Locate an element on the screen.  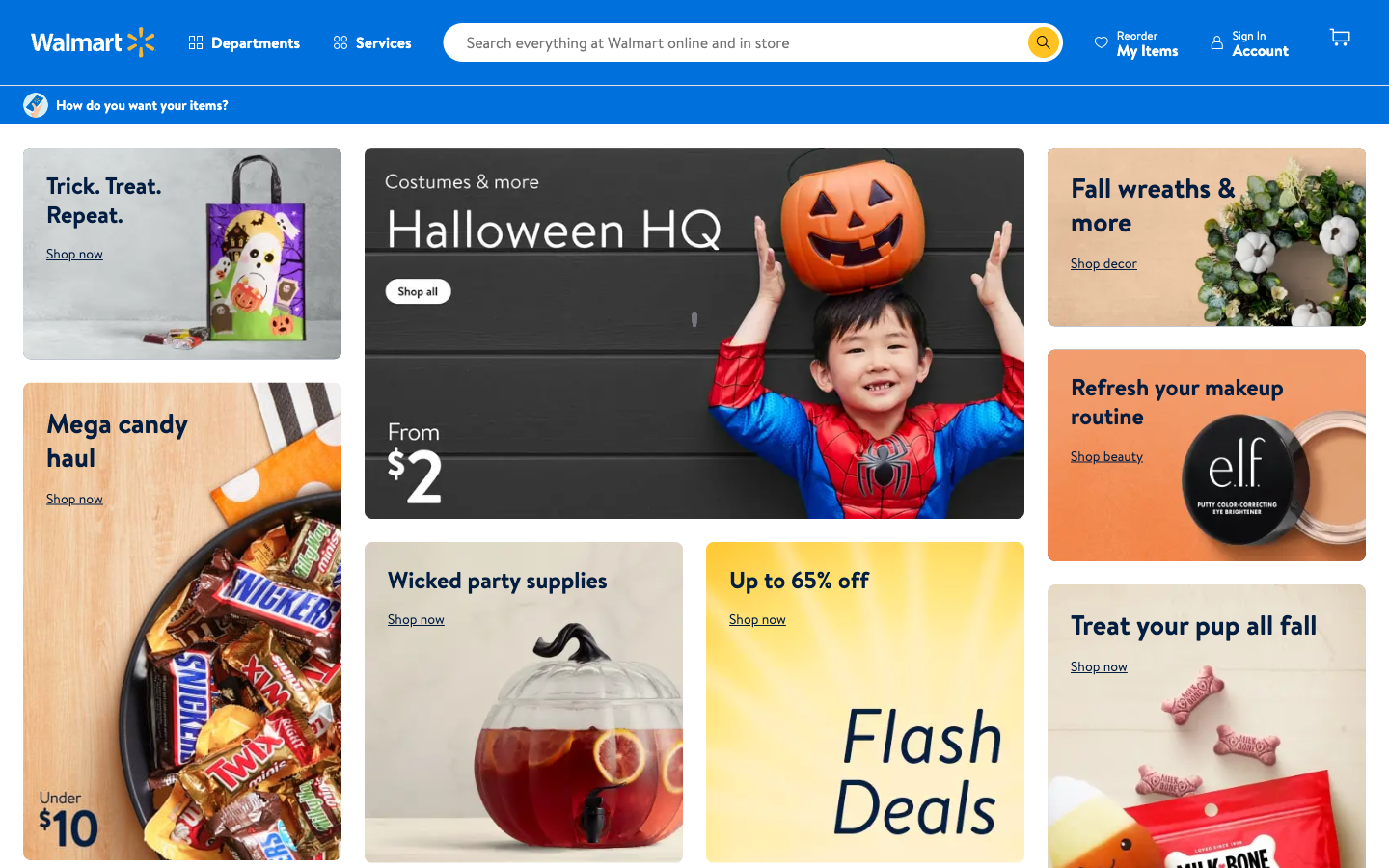
the account information screen is located at coordinates (1248, 41).